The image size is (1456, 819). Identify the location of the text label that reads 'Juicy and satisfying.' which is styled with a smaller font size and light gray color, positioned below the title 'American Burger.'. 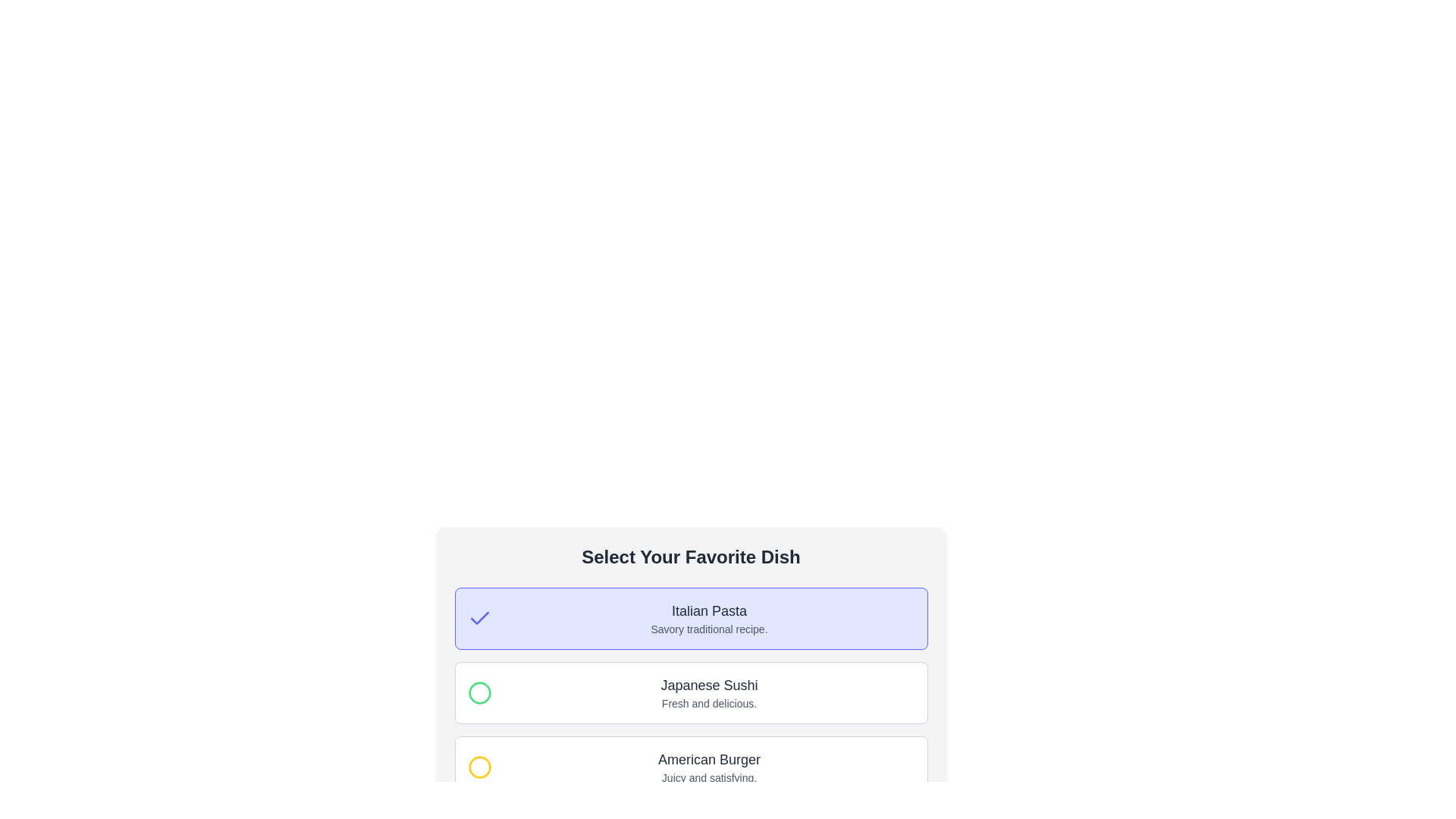
(708, 778).